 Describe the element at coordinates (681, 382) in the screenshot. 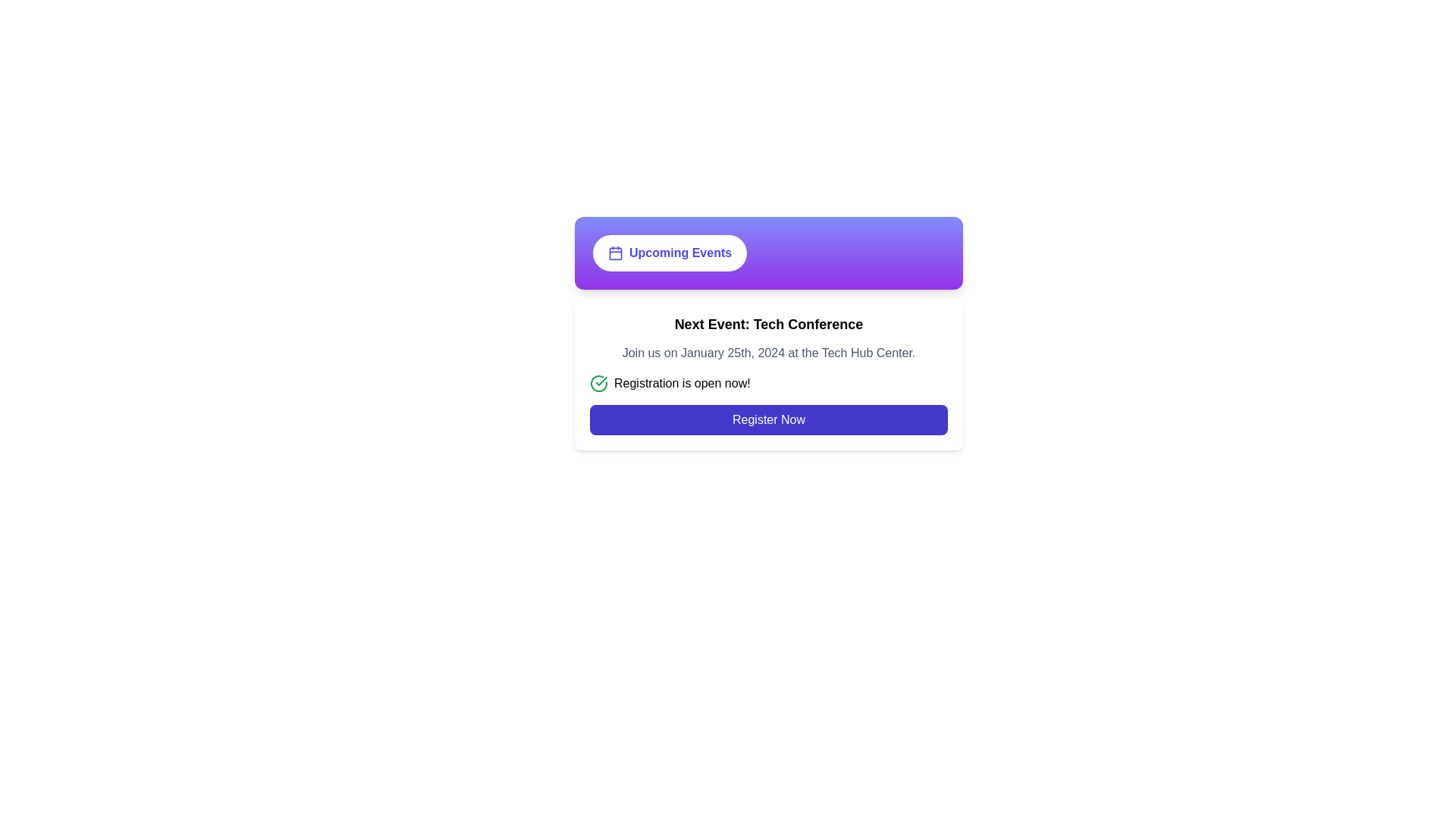

I see `notification label indicating the registration status for the event, which is part of a horizontal layout next to a green check mark icon, located centrally below the headline 'Next Event: Tech Conference'` at that location.